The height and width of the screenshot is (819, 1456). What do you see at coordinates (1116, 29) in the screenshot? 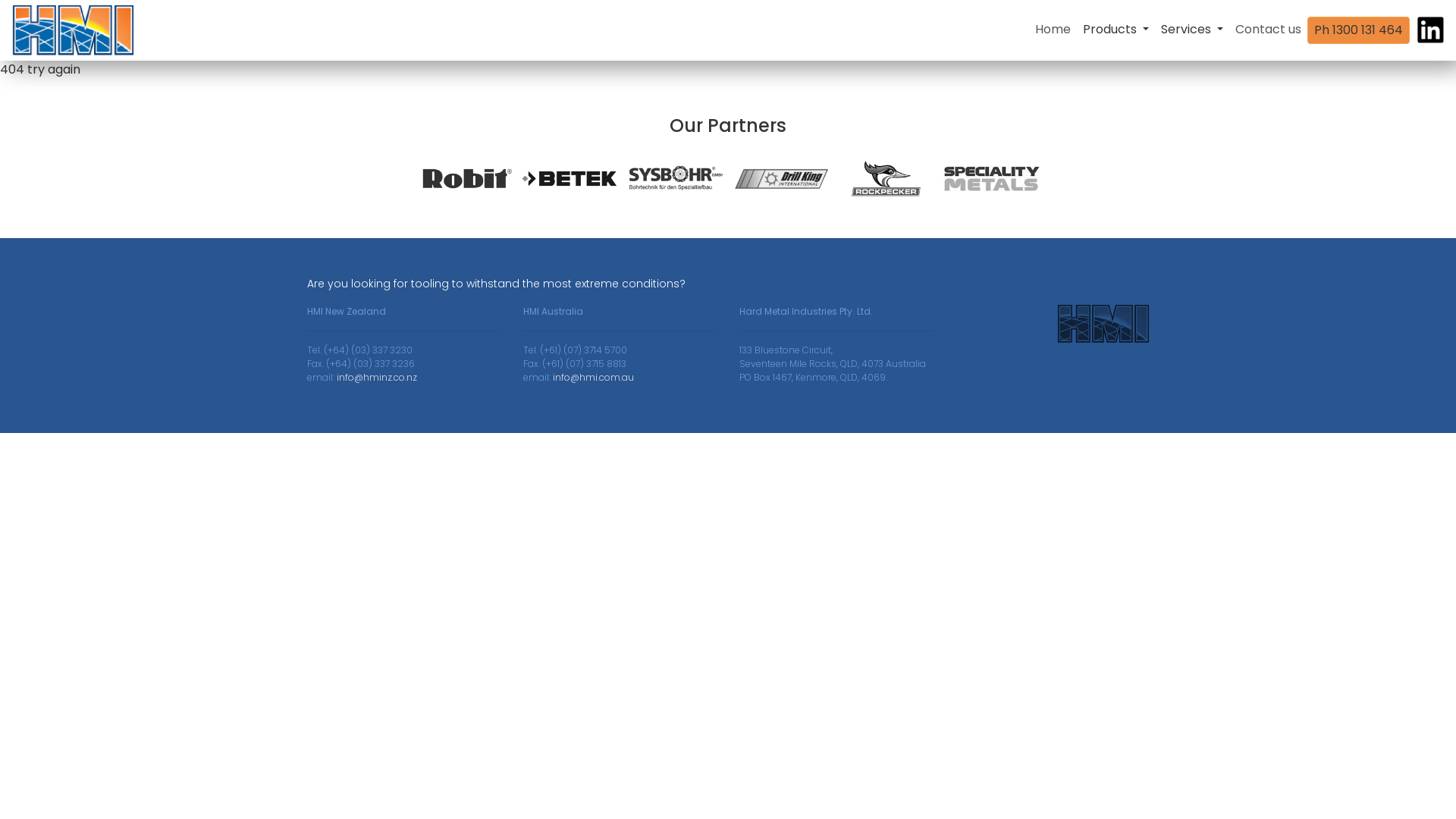
I see `'Products'` at bounding box center [1116, 29].